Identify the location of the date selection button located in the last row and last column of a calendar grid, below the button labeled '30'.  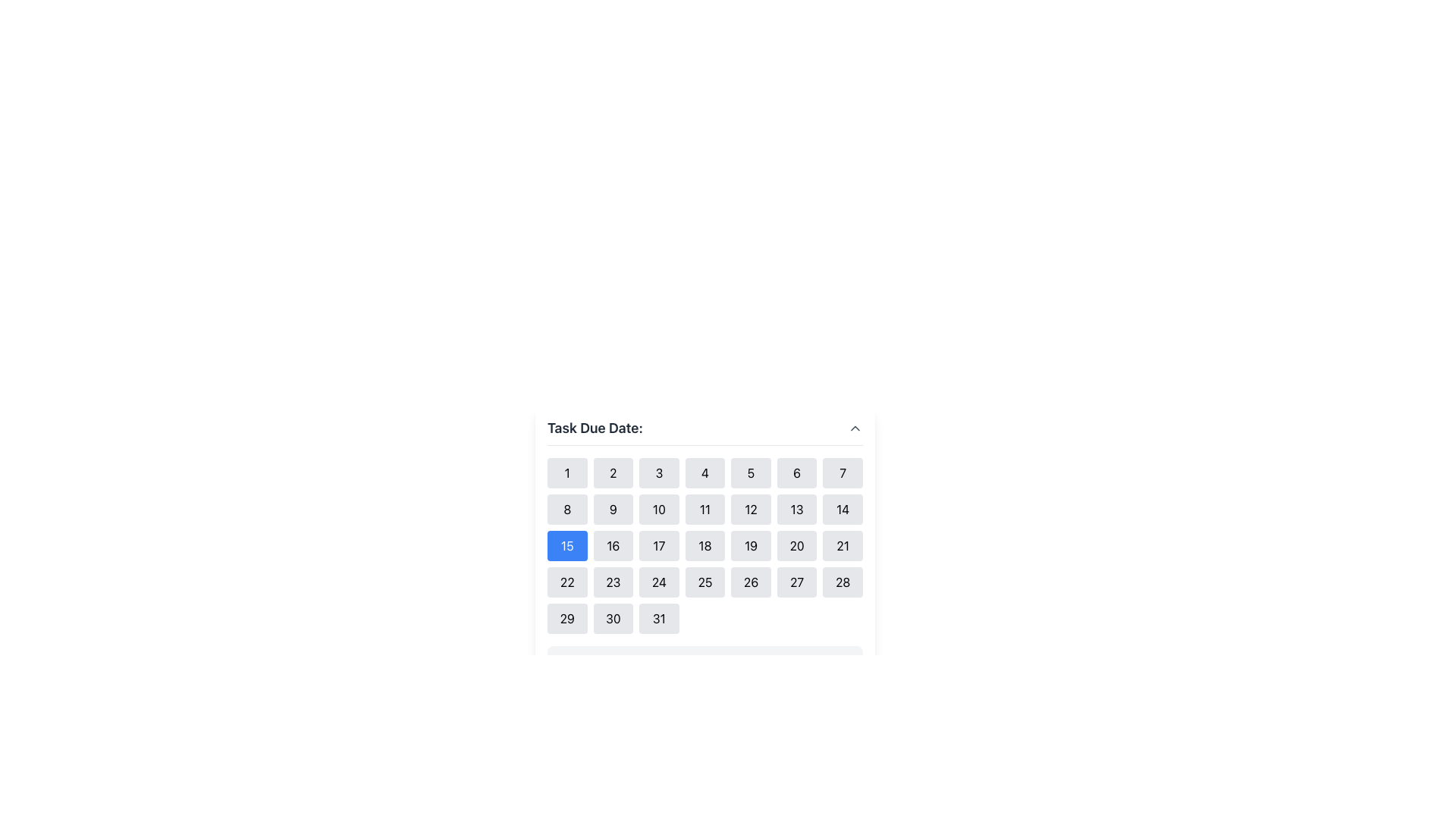
(659, 619).